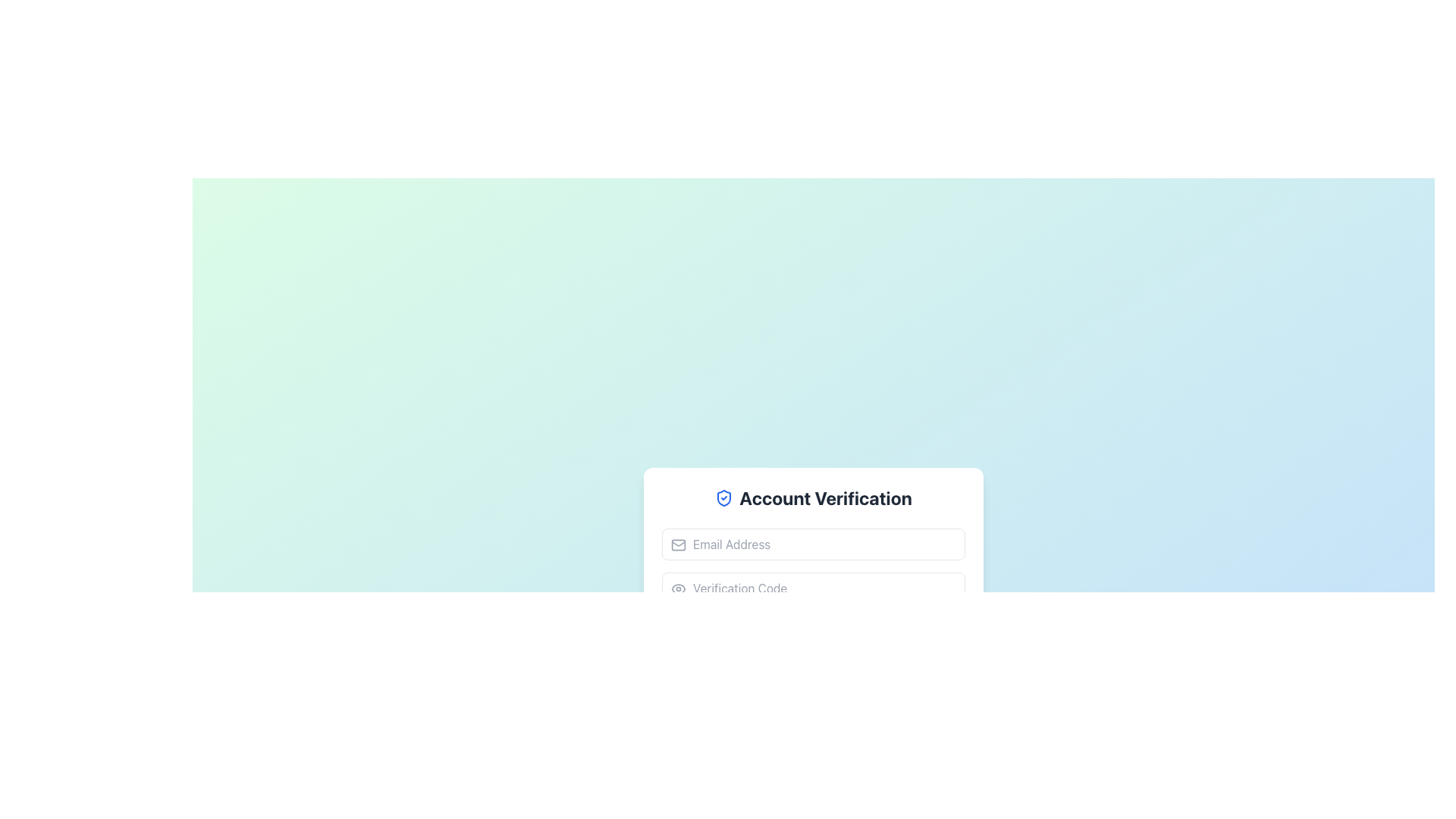 This screenshot has width=1456, height=819. Describe the element at coordinates (677, 588) in the screenshot. I see `the visibility toggle button located to the far left of the verification code field` at that location.